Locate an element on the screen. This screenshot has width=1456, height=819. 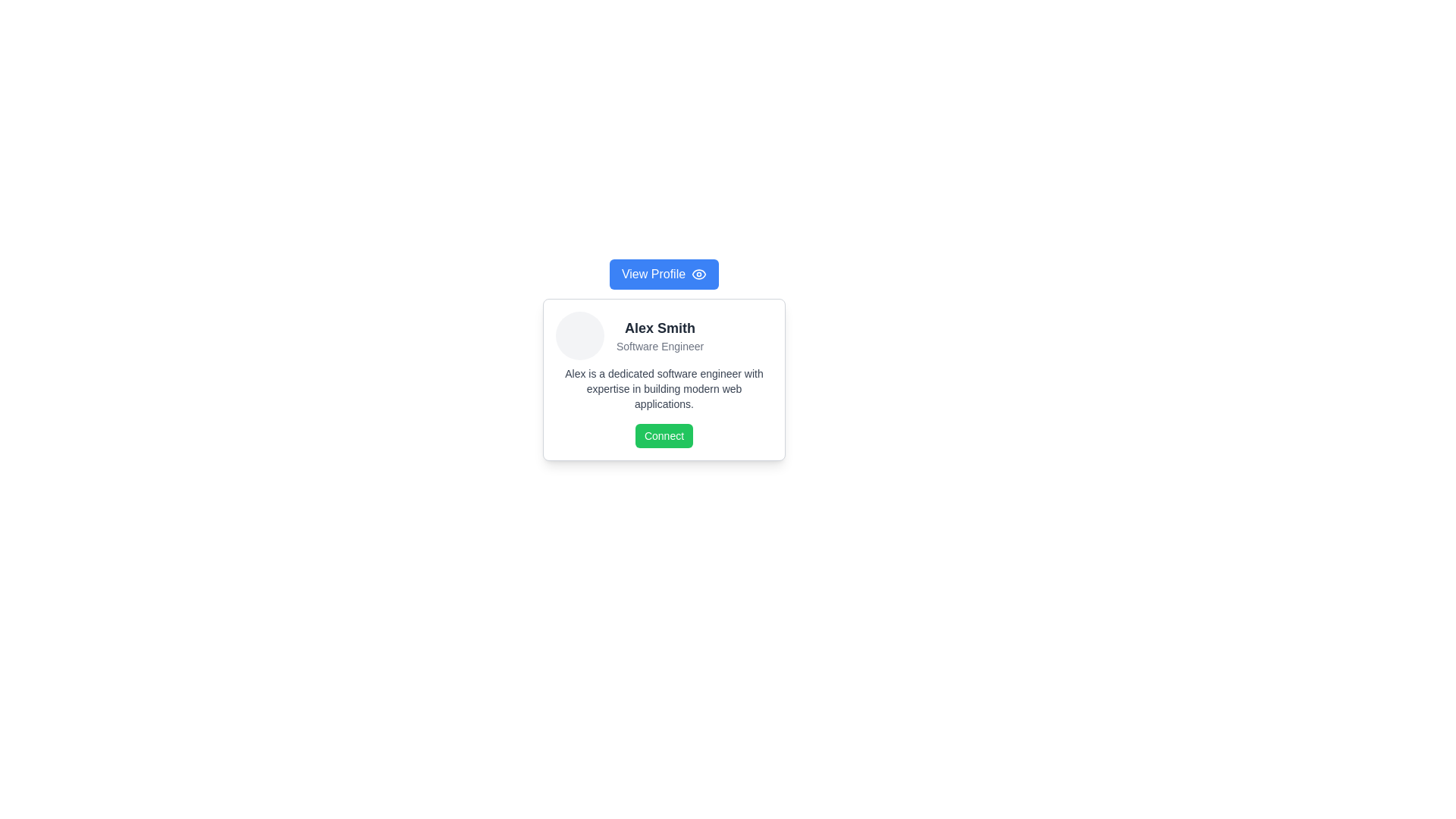
the text label representing the individual's name in the profile card, located beneath the avatar and above the job title 'Software Engineer' is located at coordinates (660, 327).